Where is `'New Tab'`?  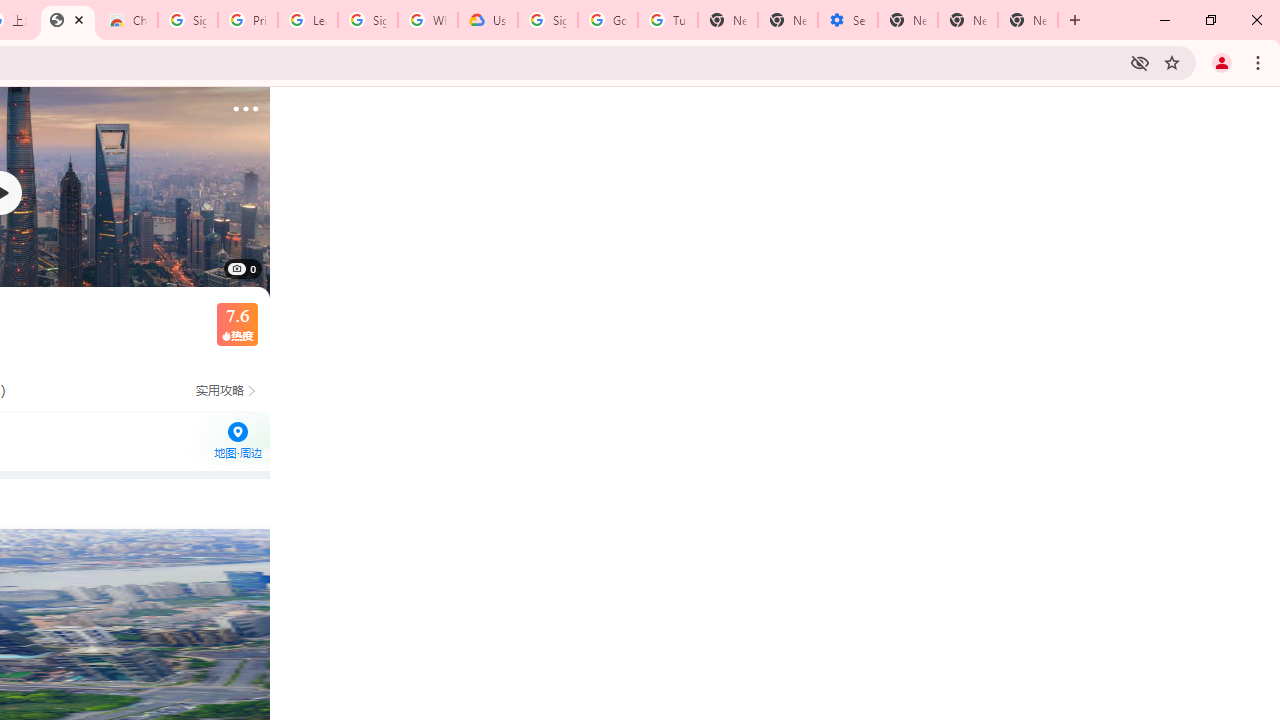 'New Tab' is located at coordinates (1028, 20).